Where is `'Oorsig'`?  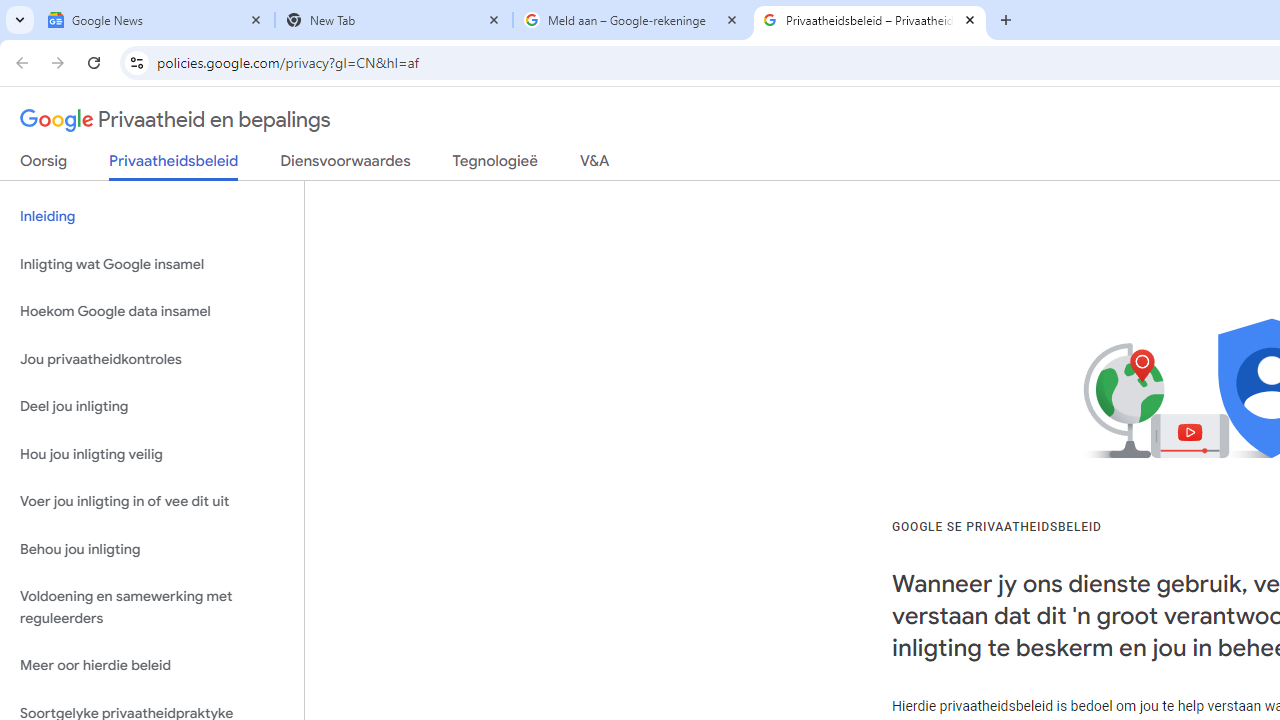 'Oorsig' is located at coordinates (44, 164).